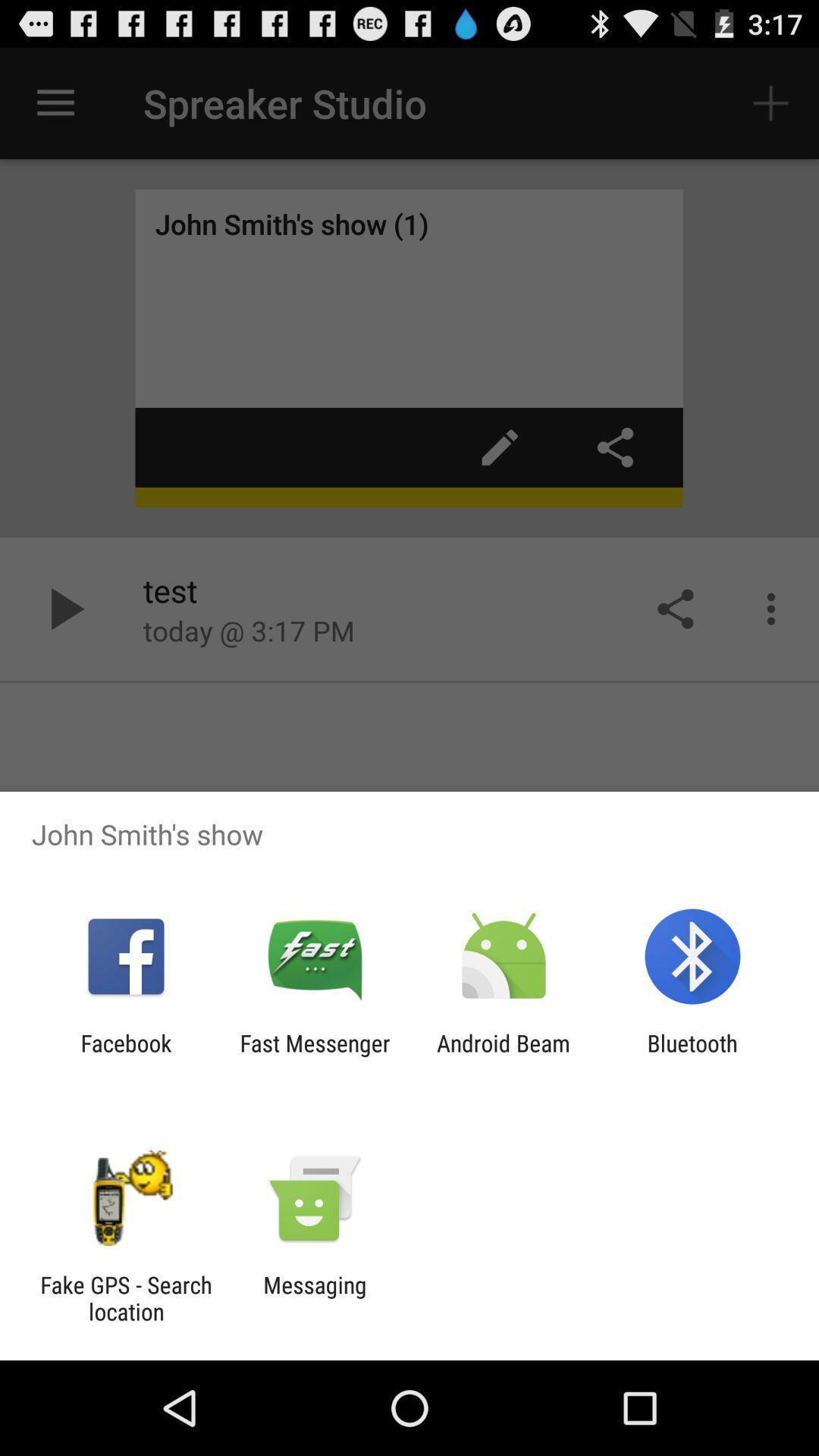 The image size is (819, 1456). I want to click on facebook item, so click(125, 1056).